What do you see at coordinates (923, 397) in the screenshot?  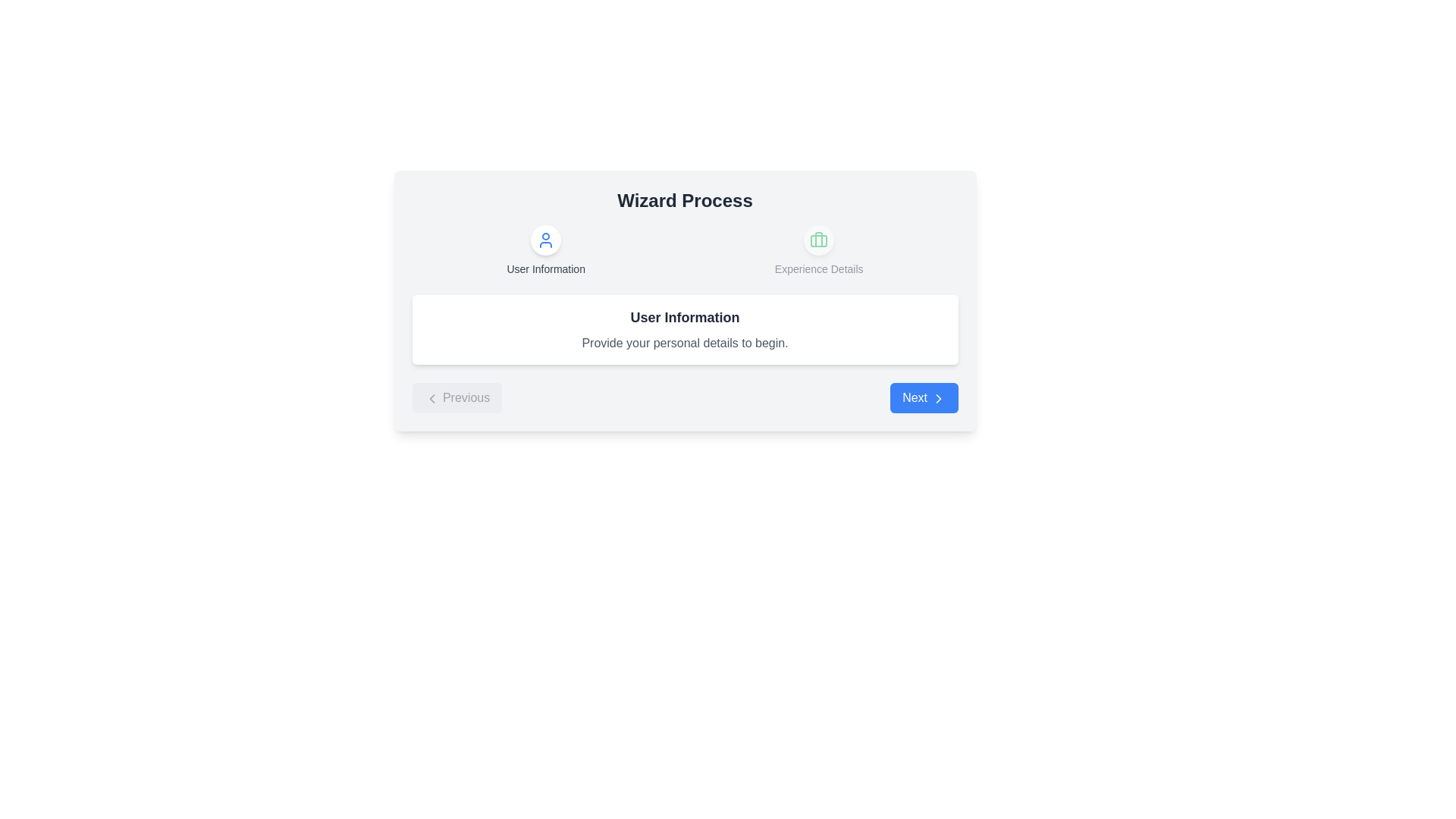 I see `the 'Next' button, which is a rectangular button with rounded corners, vibrant blue background, and white text, located in the bottom-right corner of the main card interface` at bounding box center [923, 397].